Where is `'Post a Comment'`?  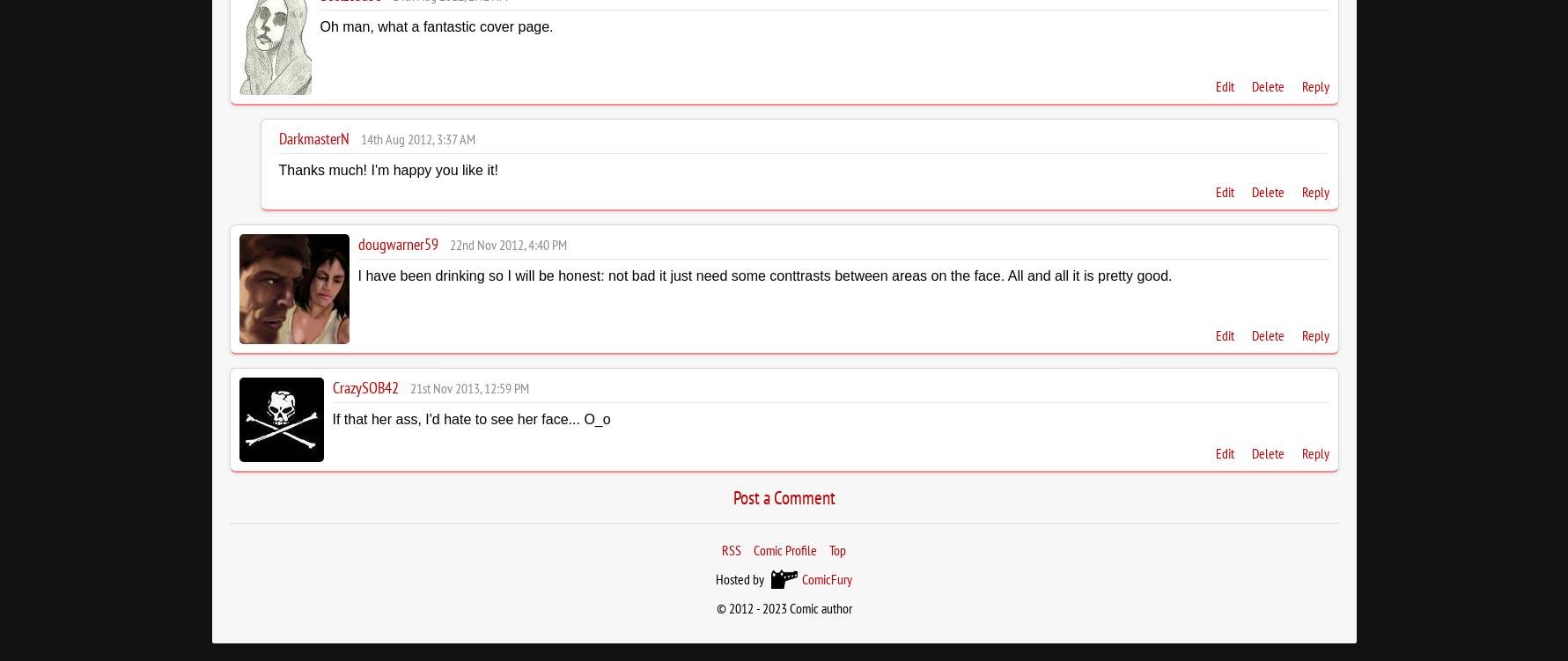
'Post a Comment' is located at coordinates (732, 496).